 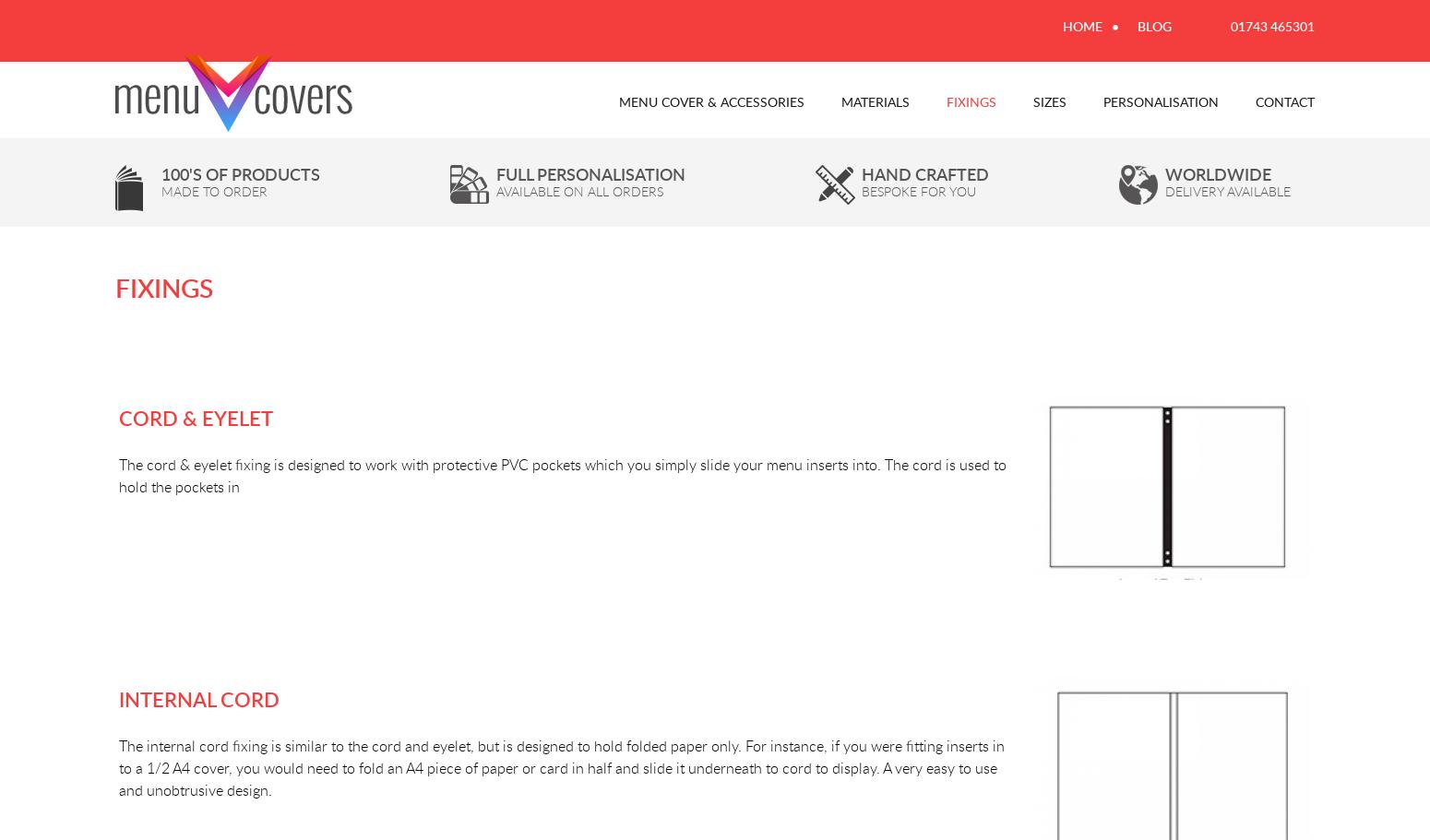 What do you see at coordinates (561, 767) in the screenshot?
I see `'The internal cord fixing is similar to the cord and eyelet, but is designed to hold folded paper only. For instance, if you were fitting inserts in to a 1/2 A4 cover, you would need to fold an A4 piece of paper or card in half and slide it underneath to cord to display. A very easy to use and unobtrusive design.'` at bounding box center [561, 767].